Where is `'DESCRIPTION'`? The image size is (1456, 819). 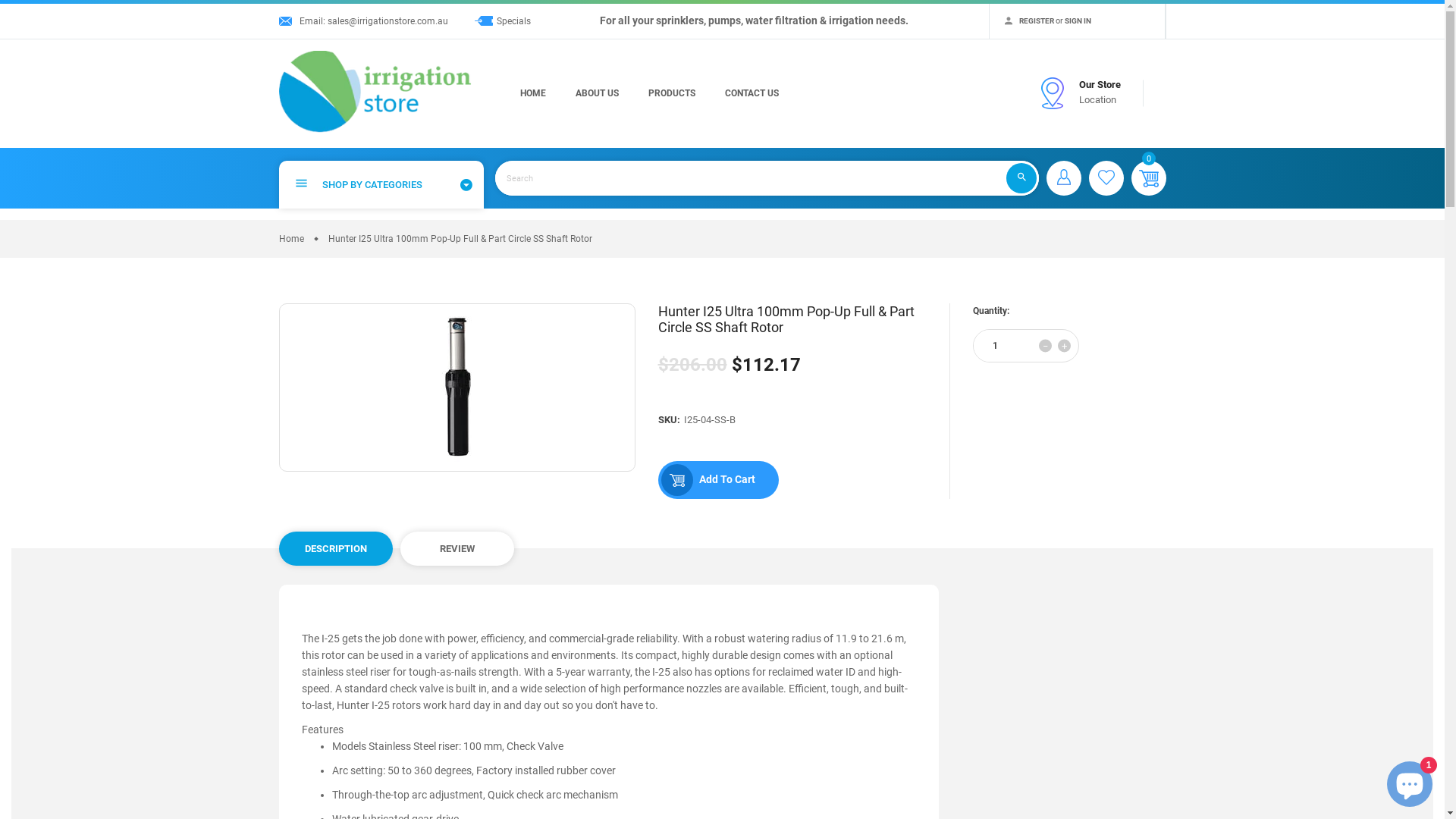
'DESCRIPTION' is located at coordinates (334, 548).